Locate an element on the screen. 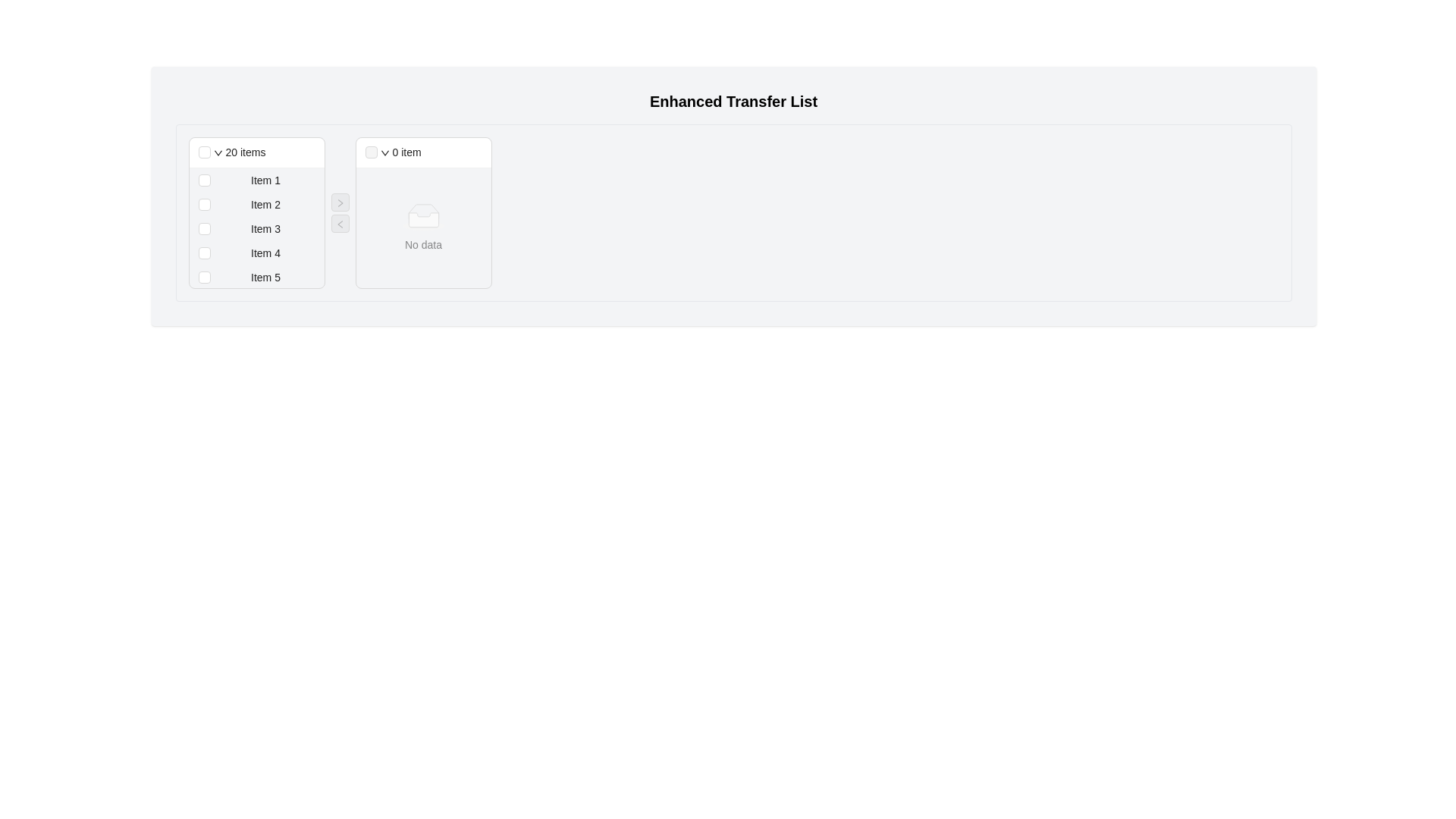 The image size is (1456, 819). the display message element that informs the user about the absence of items in the corresponding panel, located centrally in the right panel of a two-panel user interface is located at coordinates (423, 227).